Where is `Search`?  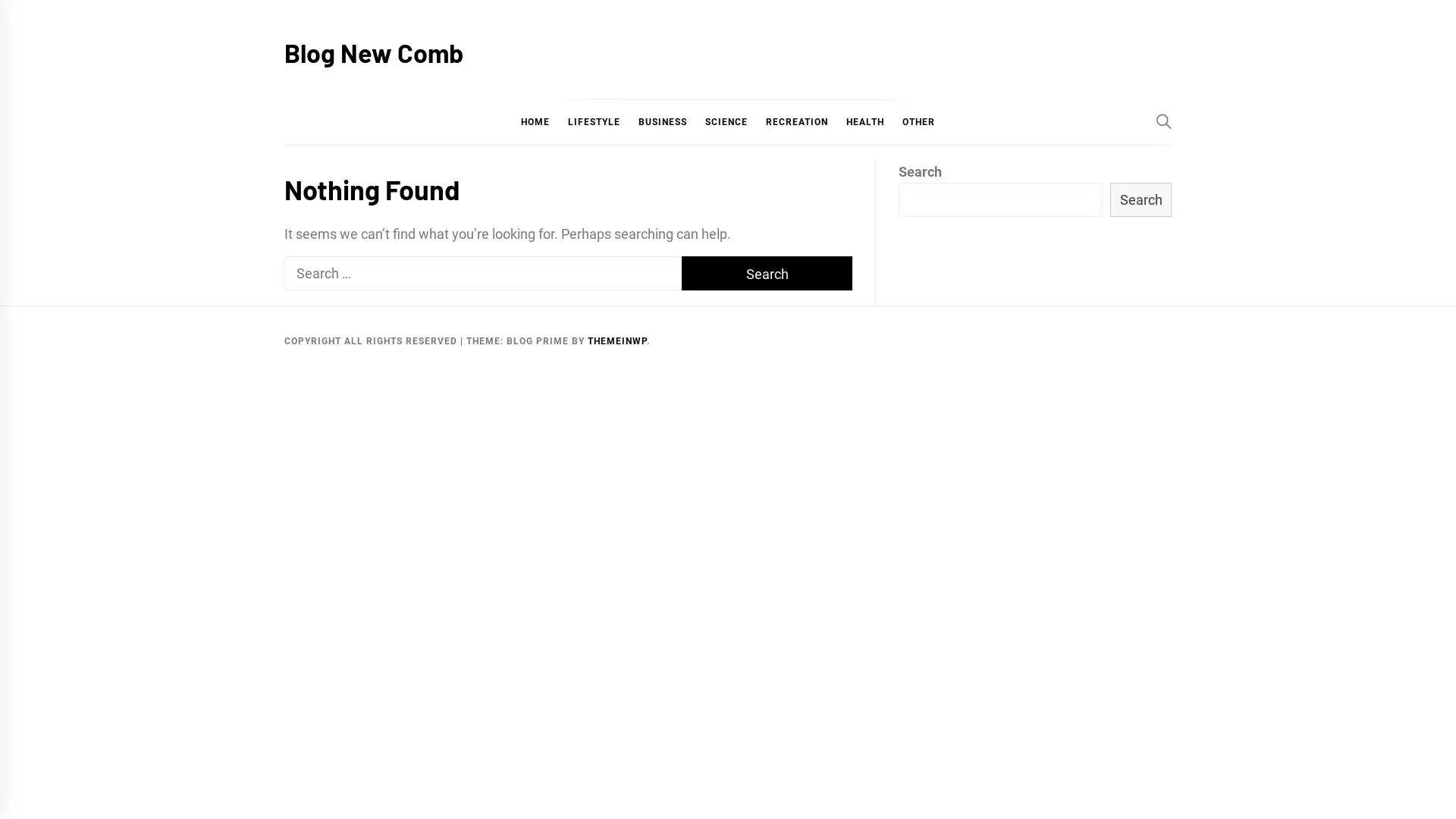
Search is located at coordinates (767, 273).